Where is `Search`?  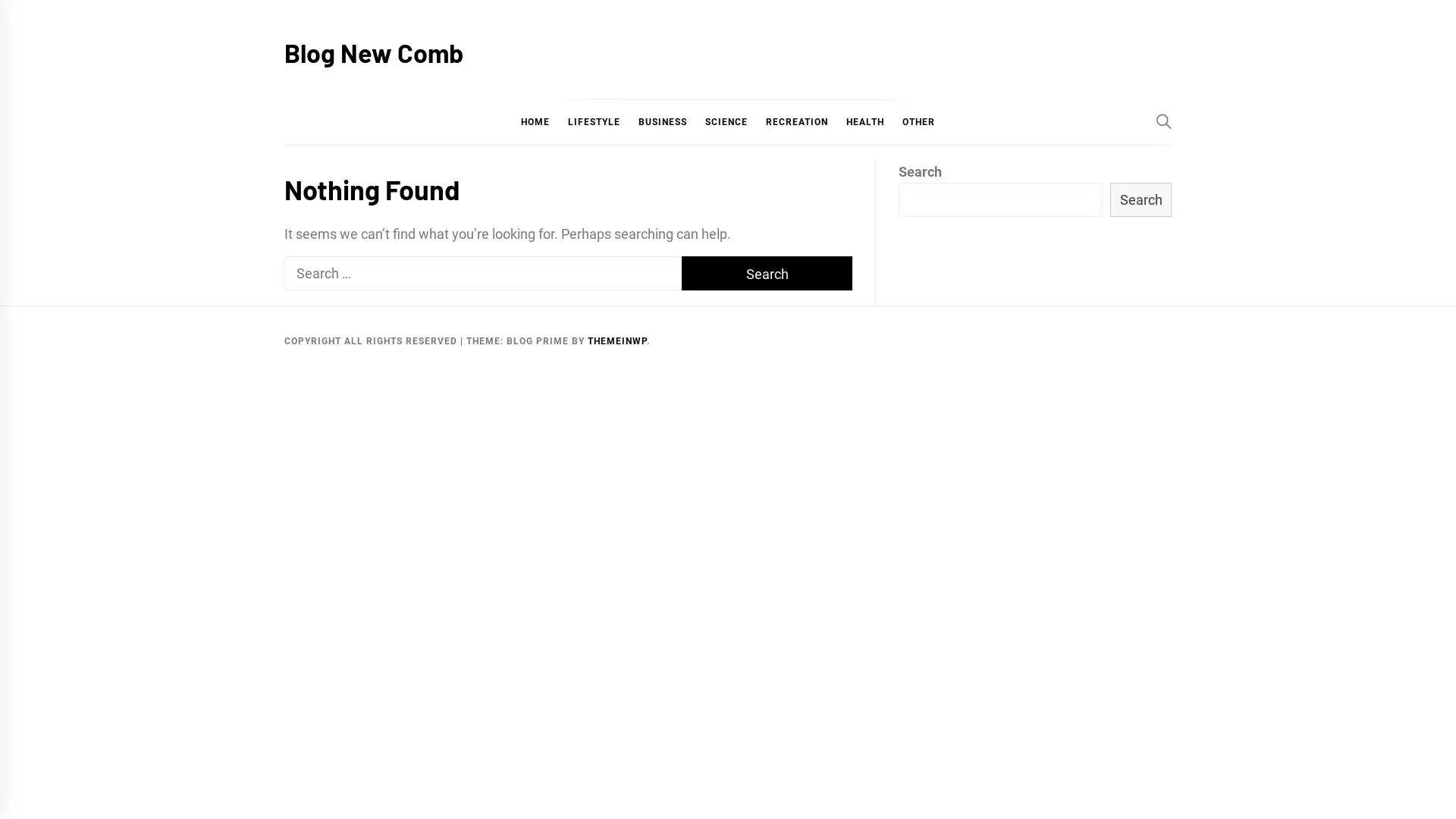
Search is located at coordinates (767, 273).